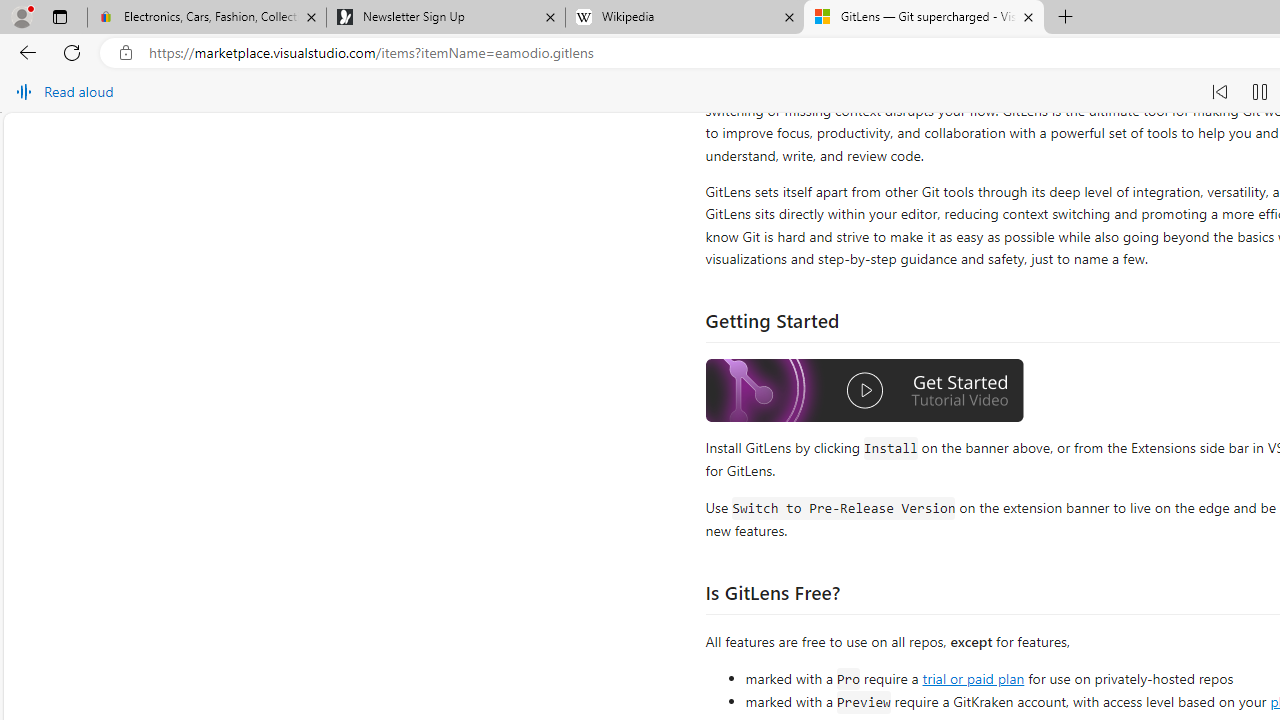  Describe the element at coordinates (1259, 92) in the screenshot. I see `'Pause read aloud (Ctrl+Shift+U)'` at that location.